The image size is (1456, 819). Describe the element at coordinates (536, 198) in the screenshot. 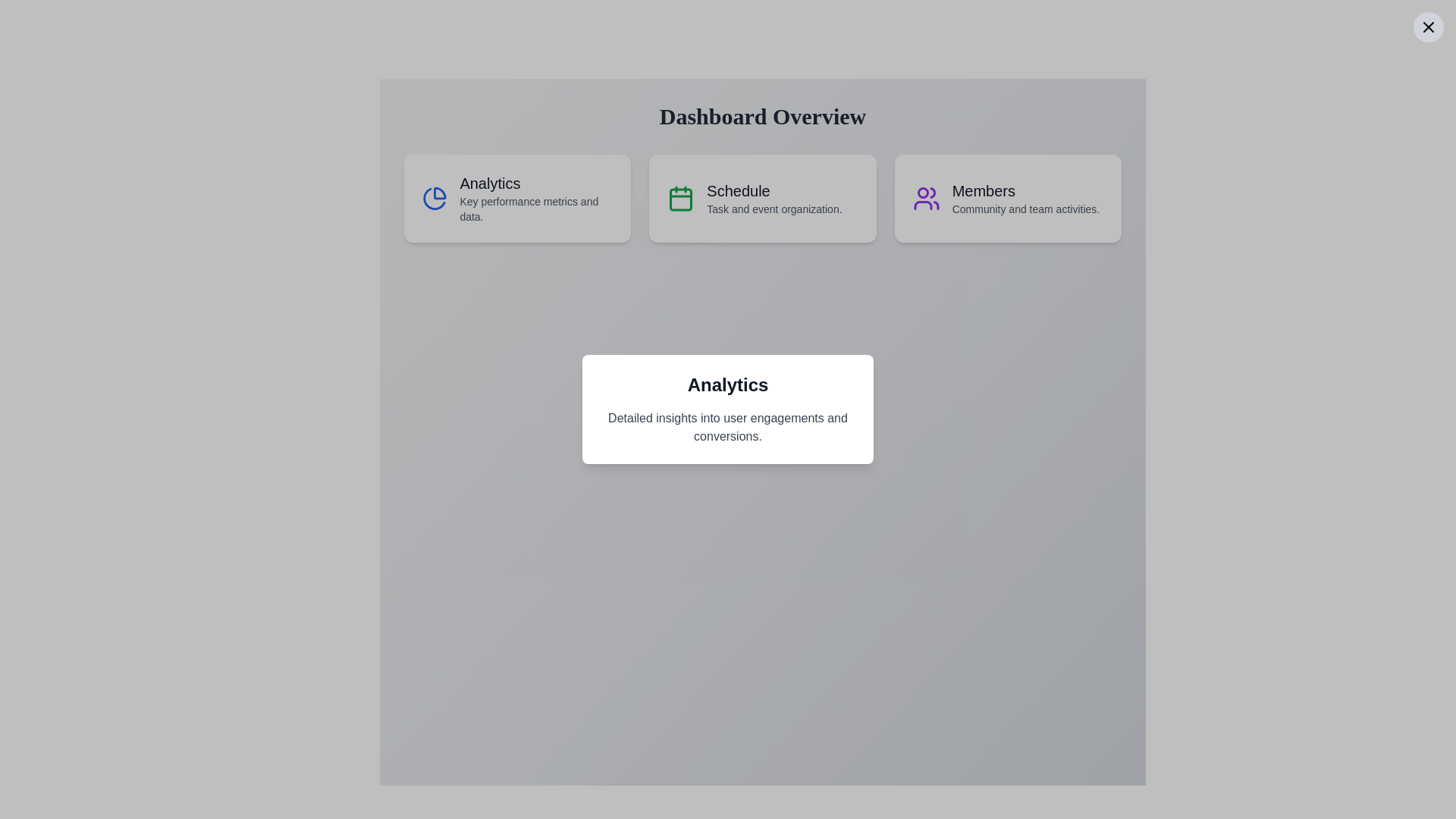

I see `the static text content element that conveys key analytics metrics in the dashboard overview` at that location.